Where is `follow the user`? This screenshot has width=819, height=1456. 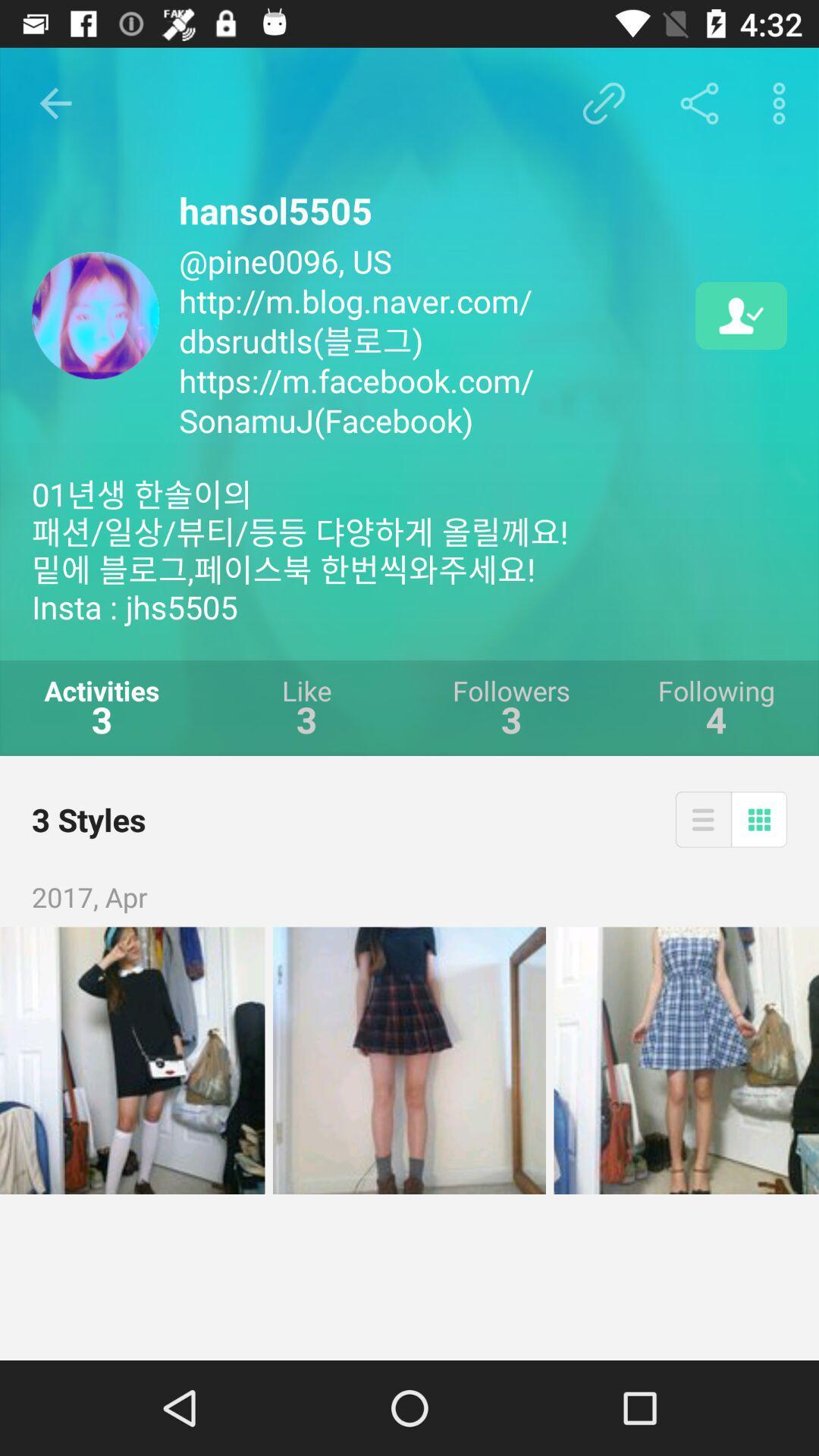 follow the user is located at coordinates (740, 315).